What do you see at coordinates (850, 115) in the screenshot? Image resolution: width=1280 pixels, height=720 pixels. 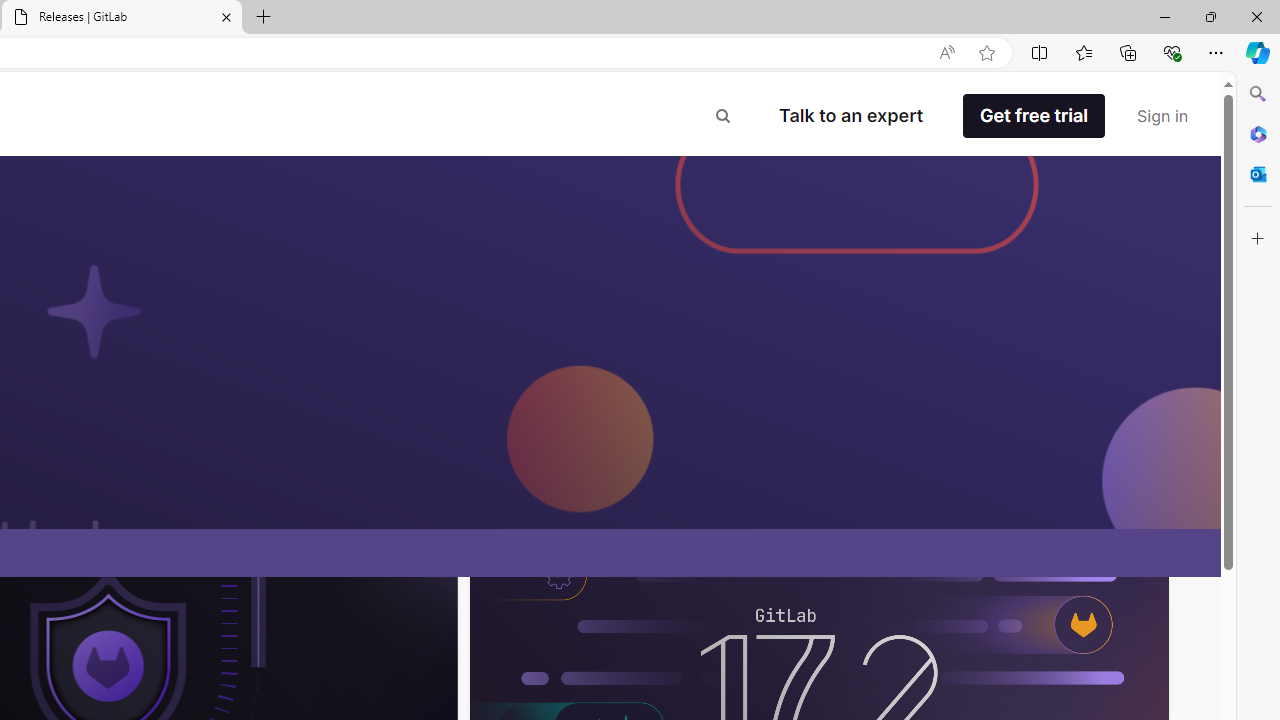 I see `'Talk to an expert'` at bounding box center [850, 115].